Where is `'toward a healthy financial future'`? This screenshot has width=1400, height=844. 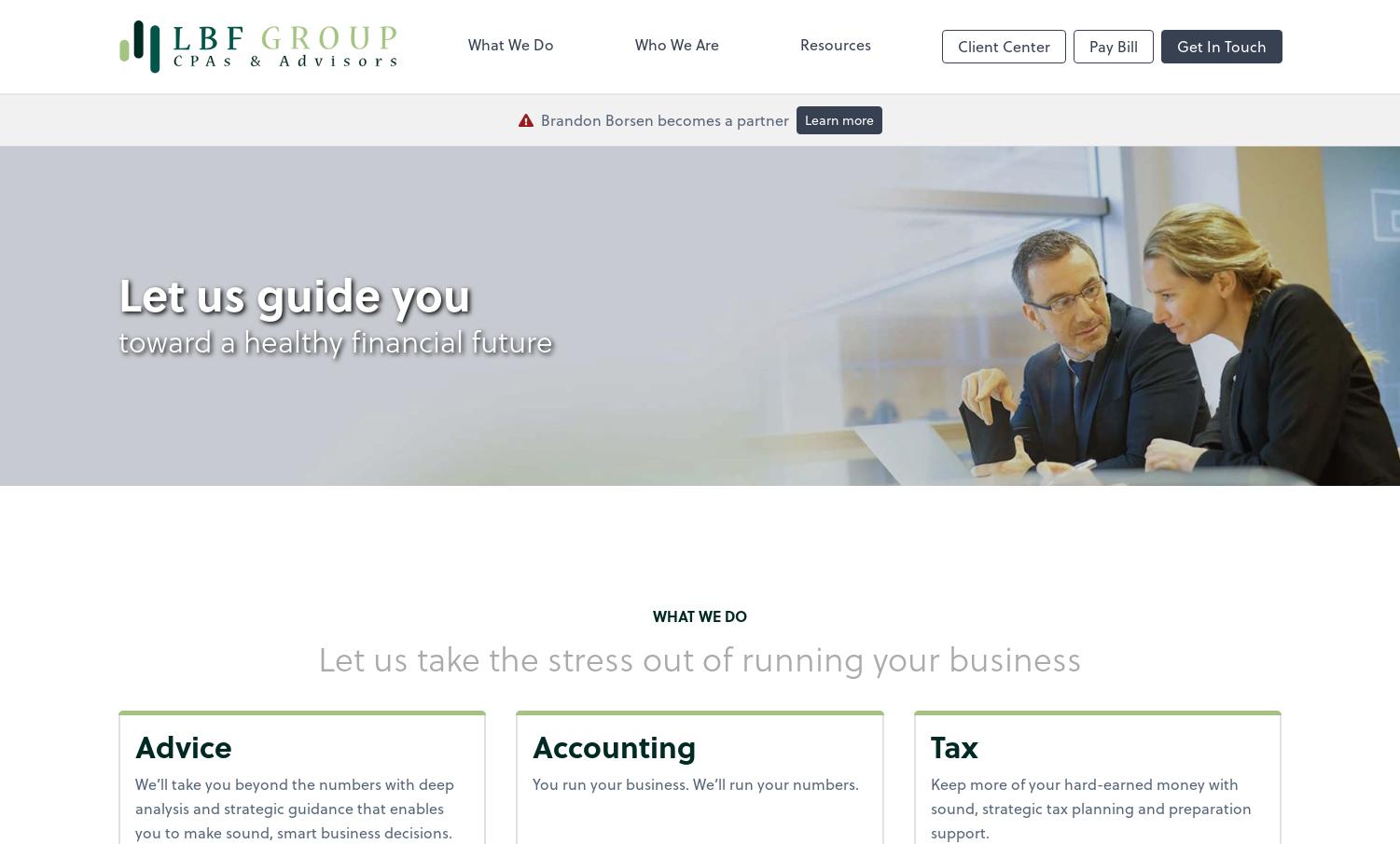 'toward a healthy financial future' is located at coordinates (334, 339).